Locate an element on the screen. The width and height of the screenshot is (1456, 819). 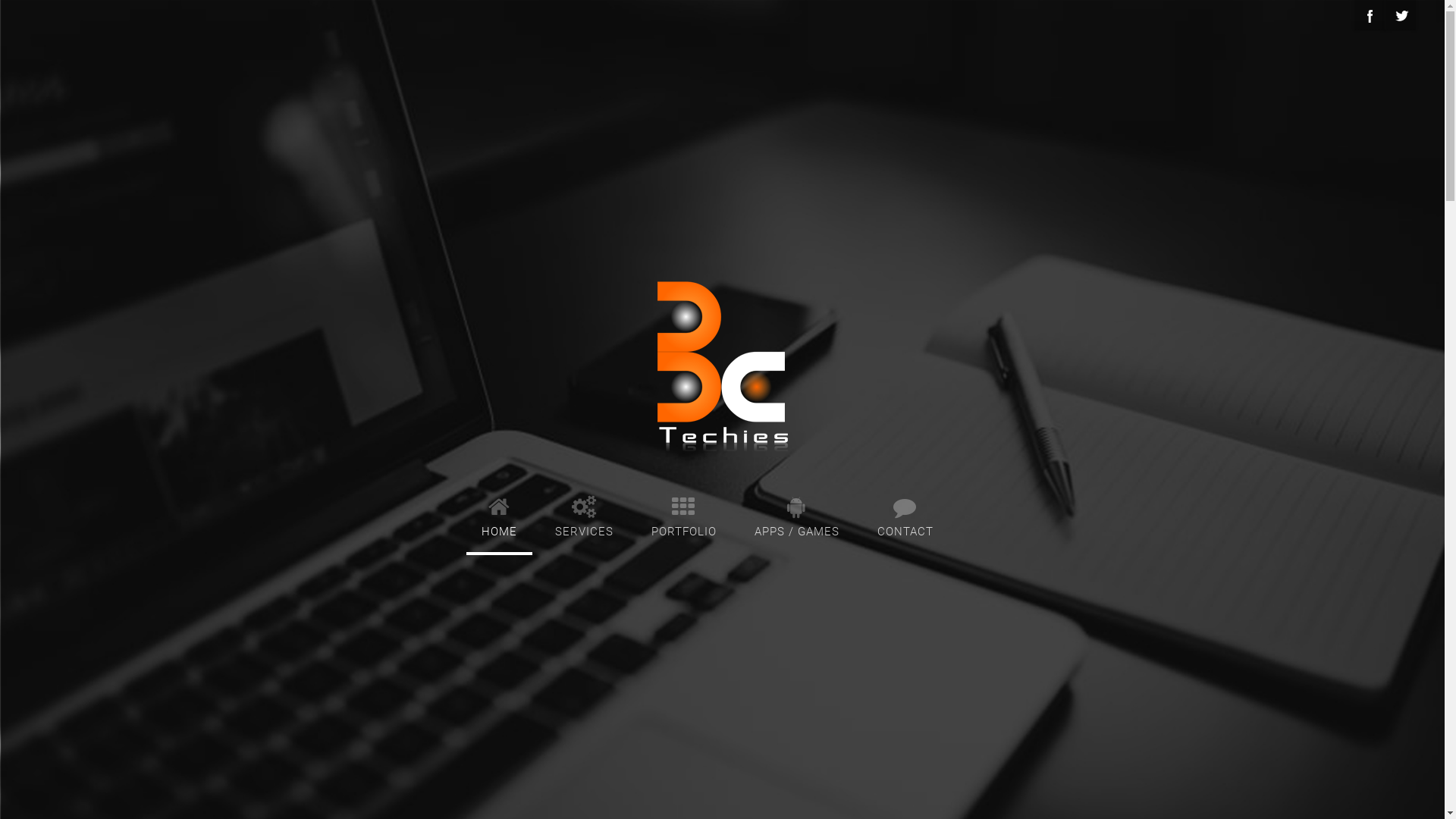
'Twitter' is located at coordinates (1400, 14).